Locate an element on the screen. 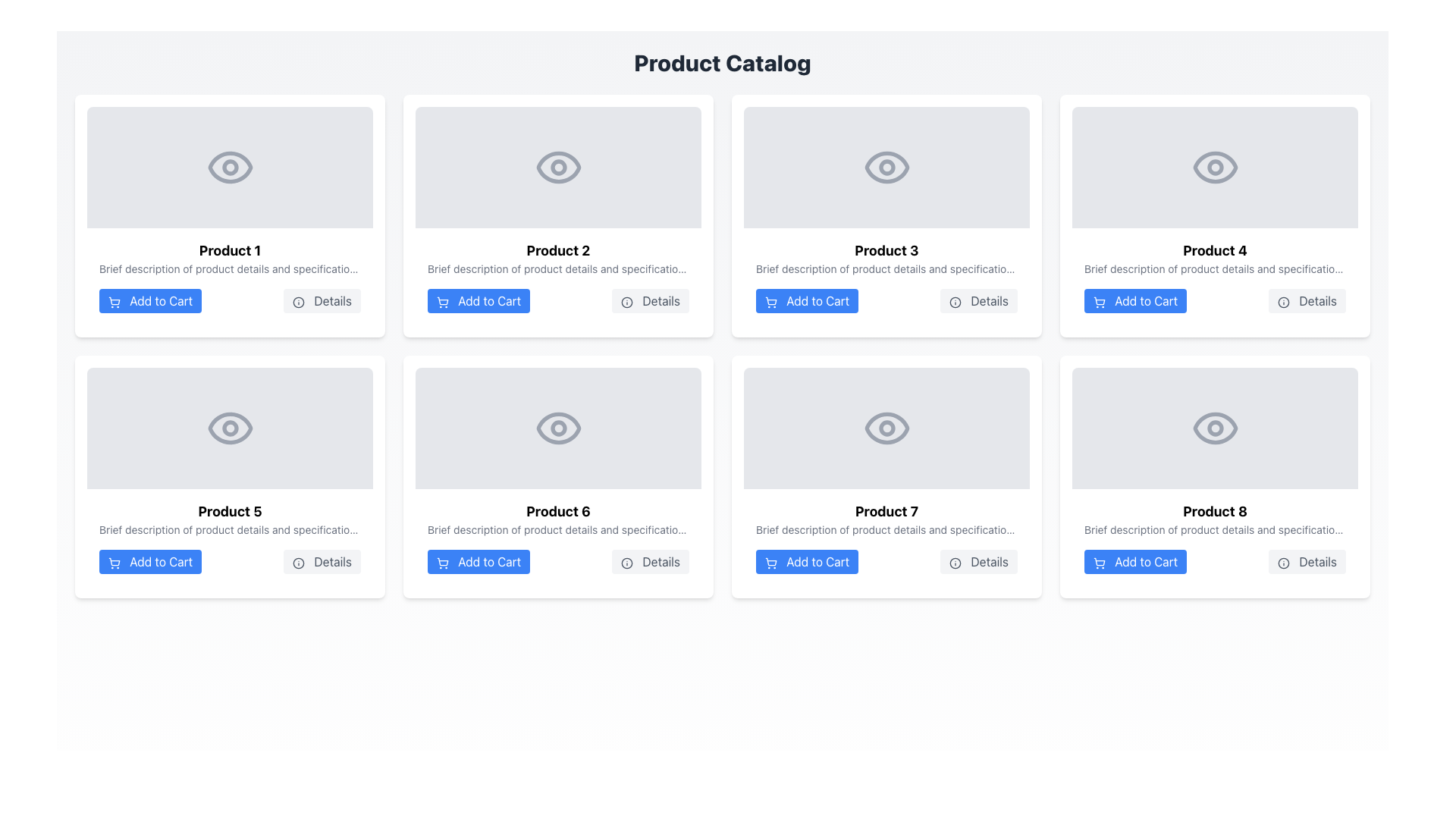 The width and height of the screenshot is (1456, 819). the product title text is located at coordinates (557, 250).